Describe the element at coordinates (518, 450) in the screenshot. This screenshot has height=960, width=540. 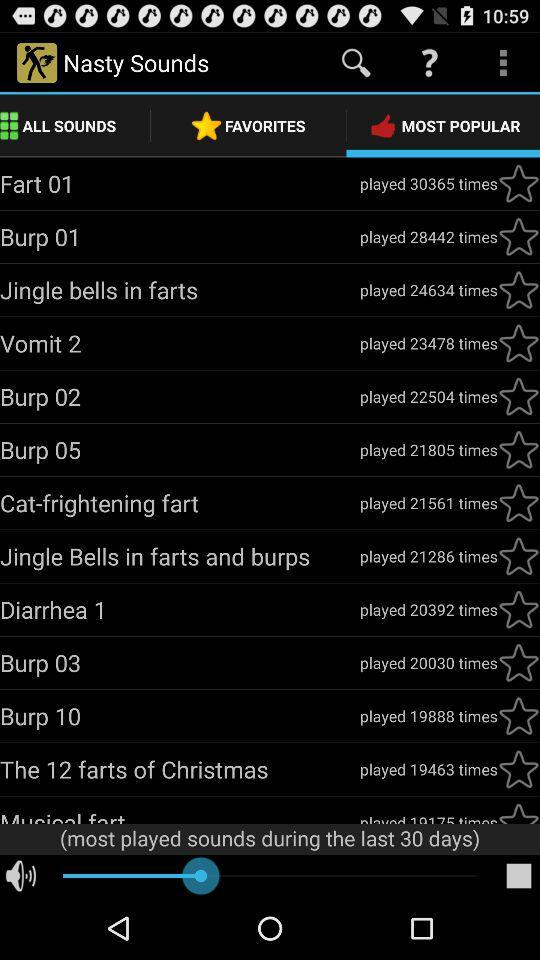
I see `click your favorites` at that location.